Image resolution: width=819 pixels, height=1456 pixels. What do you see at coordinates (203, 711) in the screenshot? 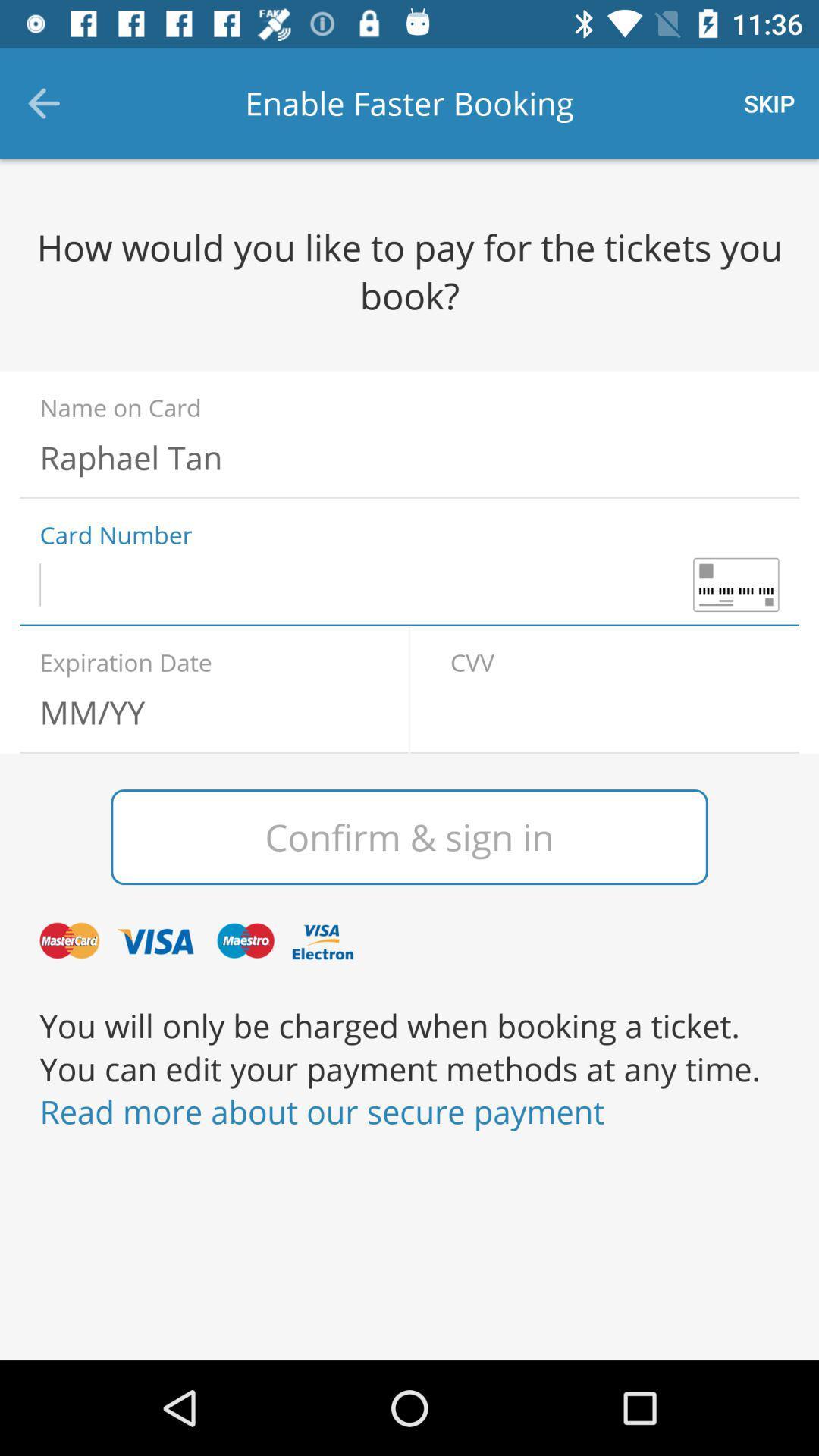
I see `in expiration date` at bounding box center [203, 711].